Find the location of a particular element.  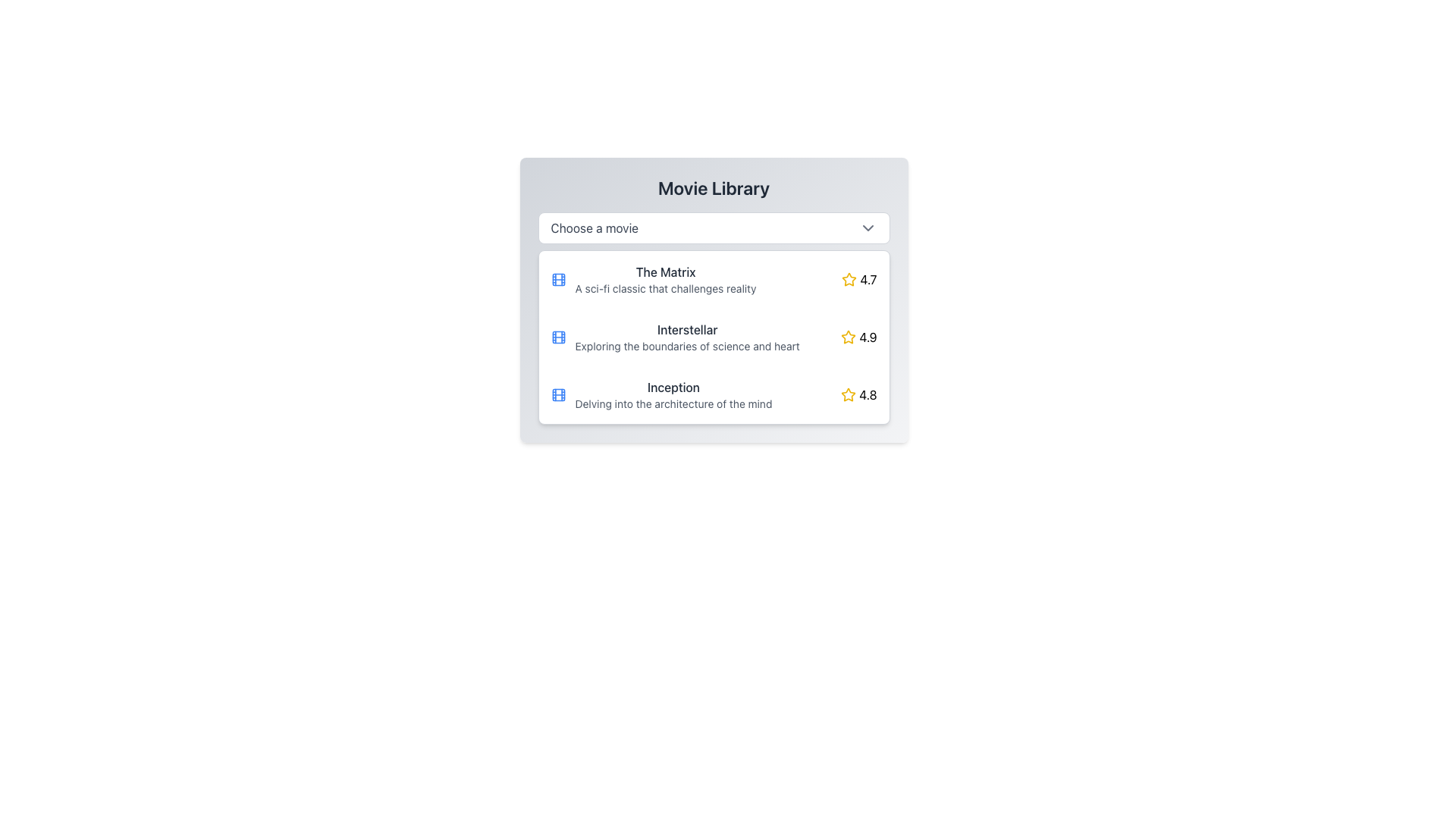

the second list item labeled 'Interstellar' in the movie library interface is located at coordinates (713, 336).